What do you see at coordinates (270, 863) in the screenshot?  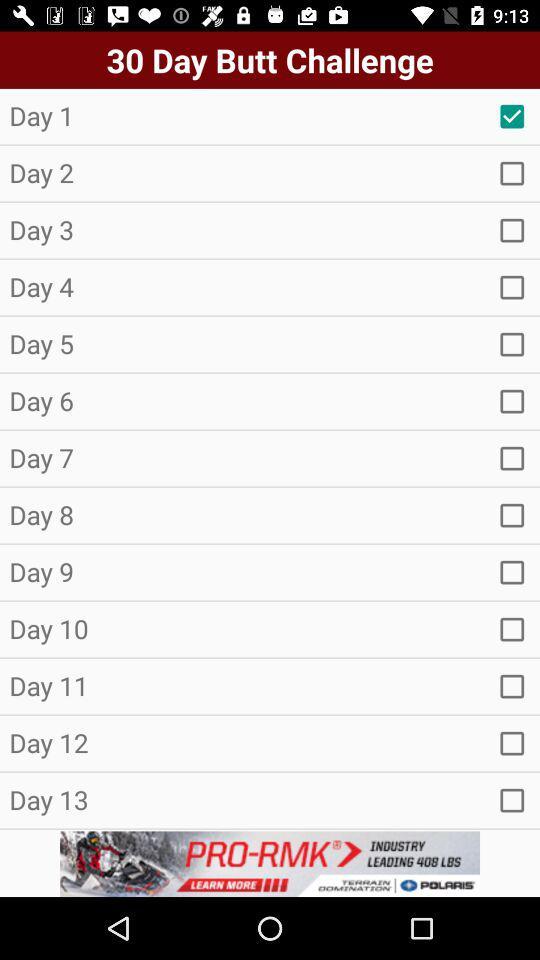 I see `open the advertisements` at bounding box center [270, 863].